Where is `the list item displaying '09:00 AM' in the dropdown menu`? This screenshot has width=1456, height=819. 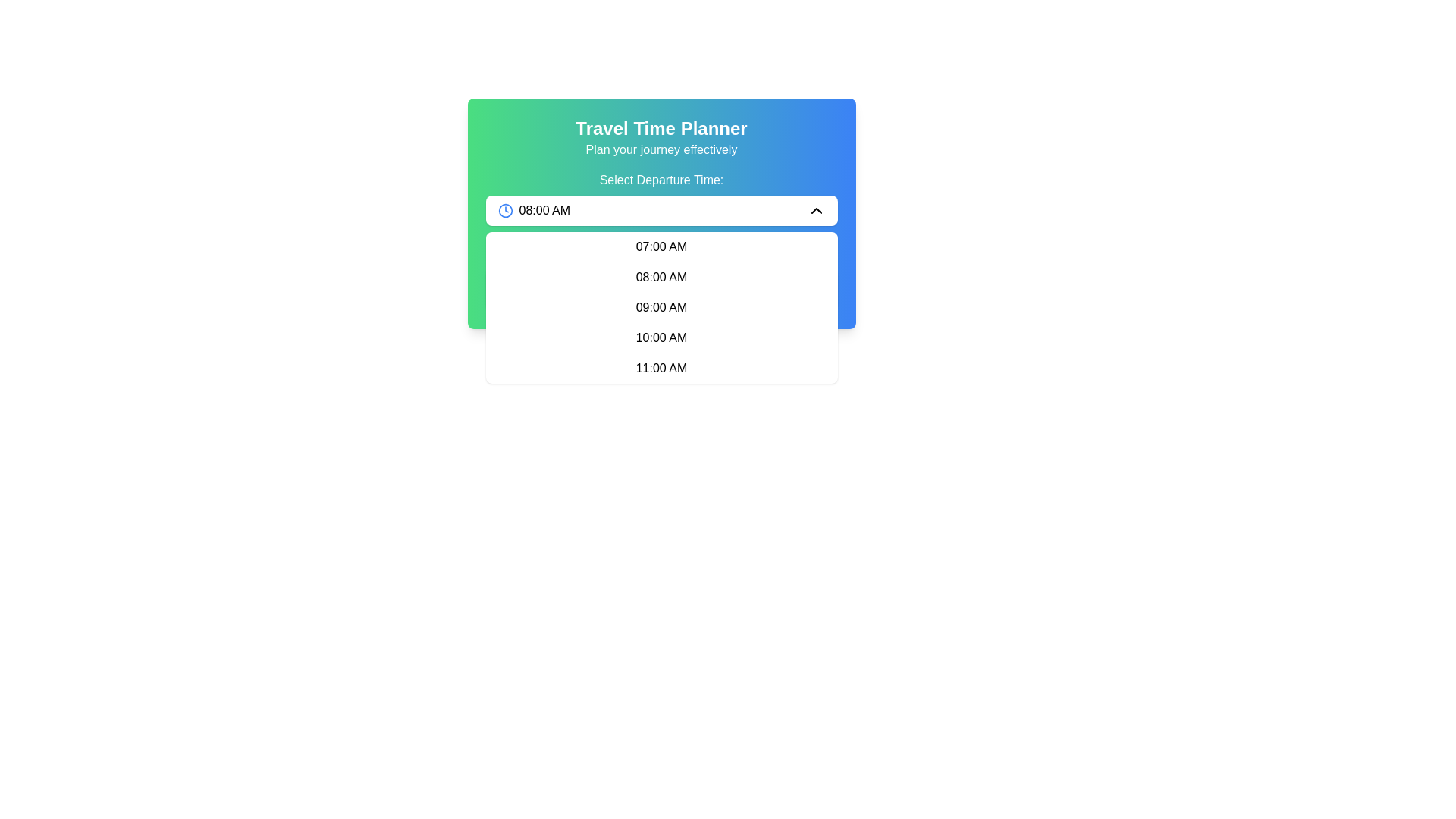
the list item displaying '09:00 AM' in the dropdown menu is located at coordinates (661, 307).